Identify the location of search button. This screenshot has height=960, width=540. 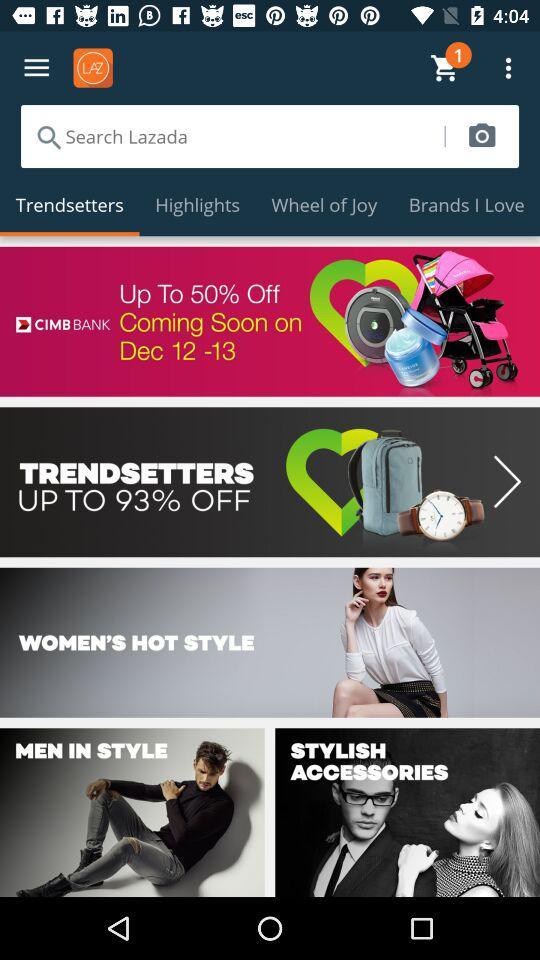
(481, 135).